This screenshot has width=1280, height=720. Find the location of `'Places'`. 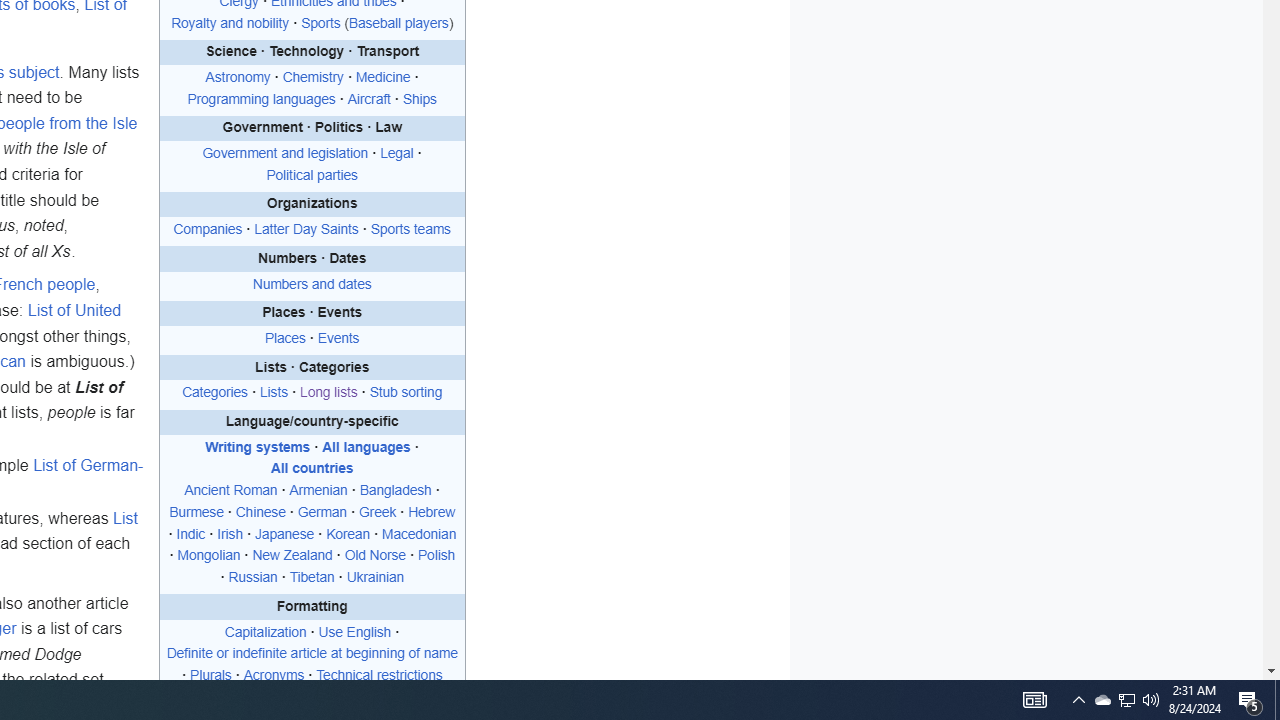

'Places' is located at coordinates (283, 338).